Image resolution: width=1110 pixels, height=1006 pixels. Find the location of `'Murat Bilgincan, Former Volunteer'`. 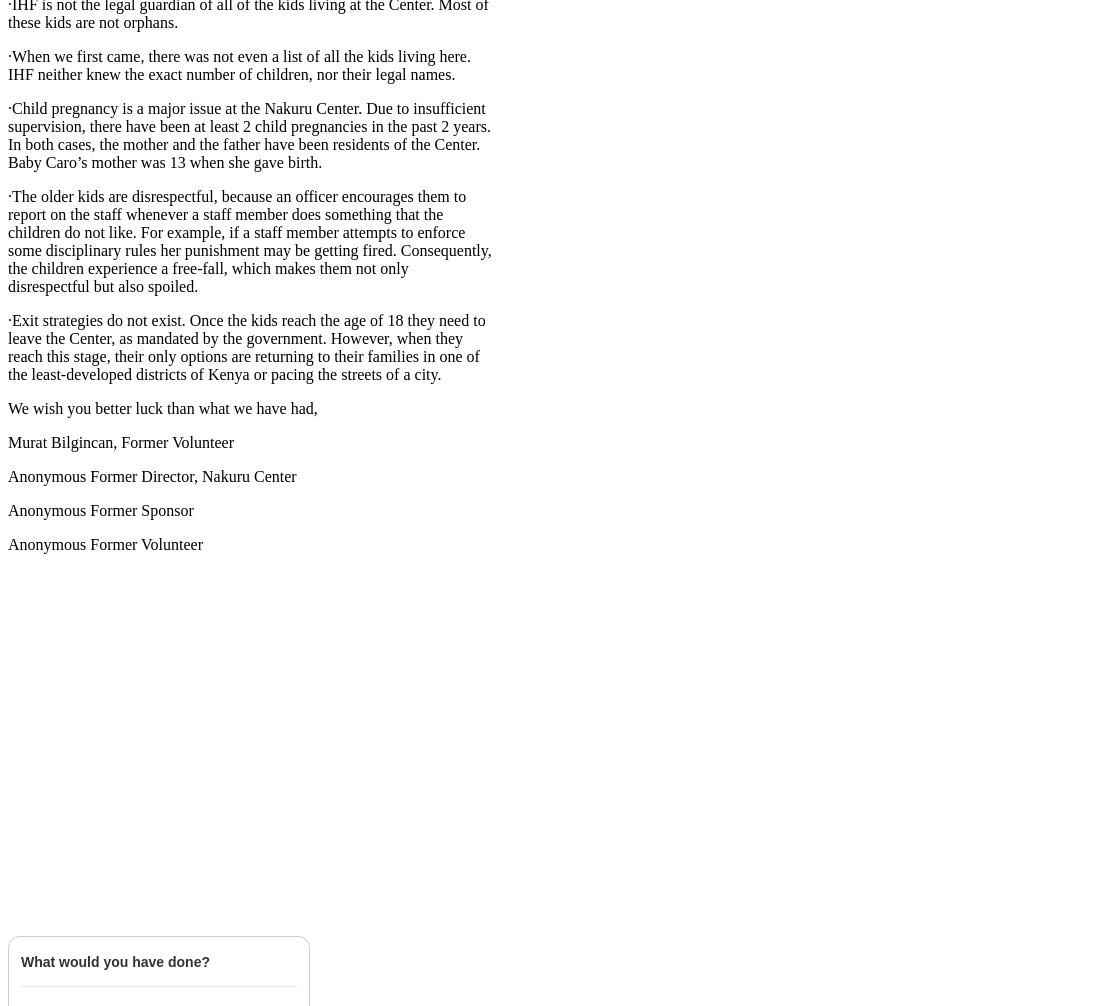

'Murat Bilgincan, Former Volunteer' is located at coordinates (7, 440).